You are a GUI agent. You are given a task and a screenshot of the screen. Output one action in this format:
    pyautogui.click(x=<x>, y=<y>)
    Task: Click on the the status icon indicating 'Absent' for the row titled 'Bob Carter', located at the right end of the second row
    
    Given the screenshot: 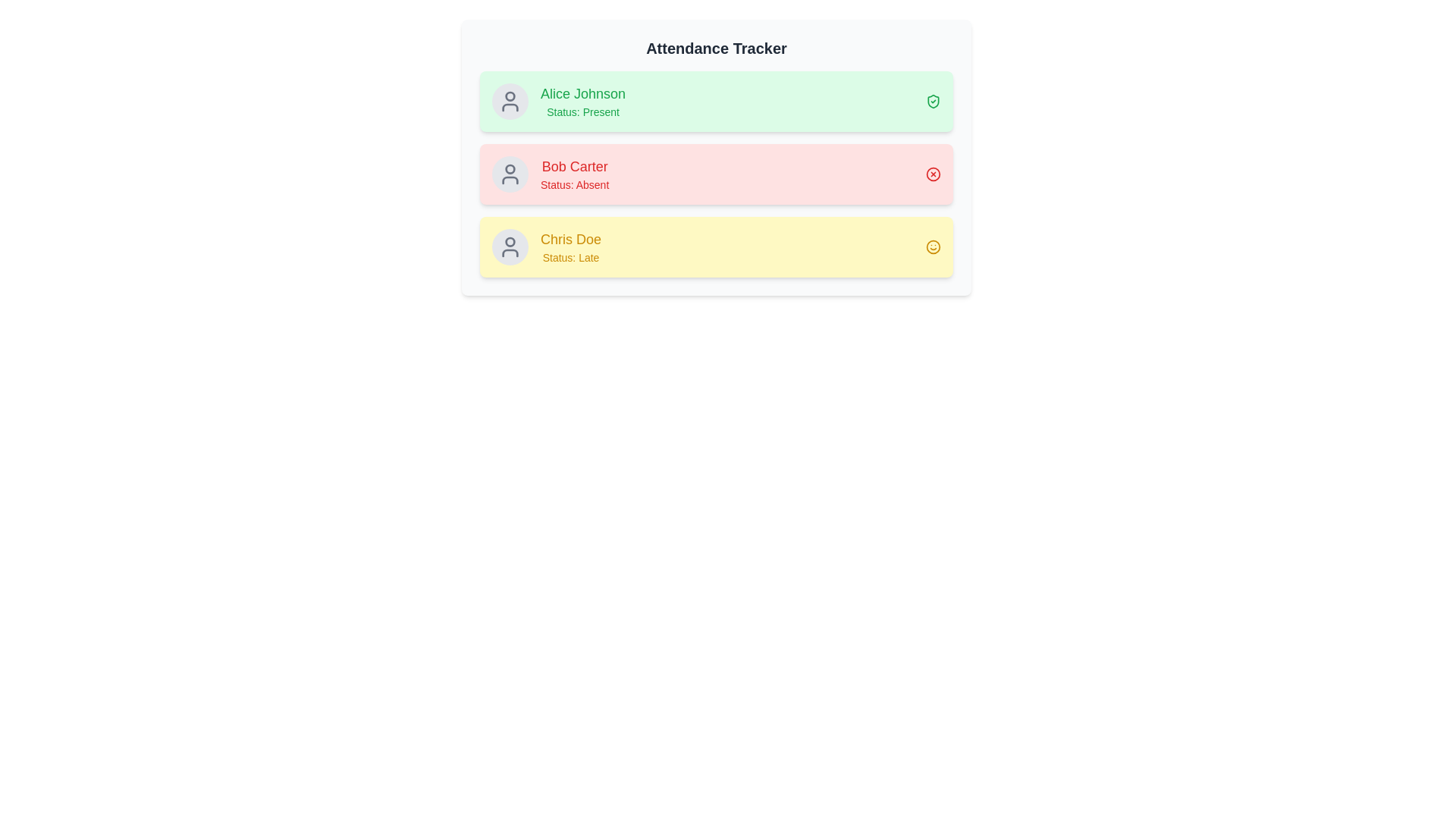 What is the action you would take?
    pyautogui.click(x=932, y=174)
    